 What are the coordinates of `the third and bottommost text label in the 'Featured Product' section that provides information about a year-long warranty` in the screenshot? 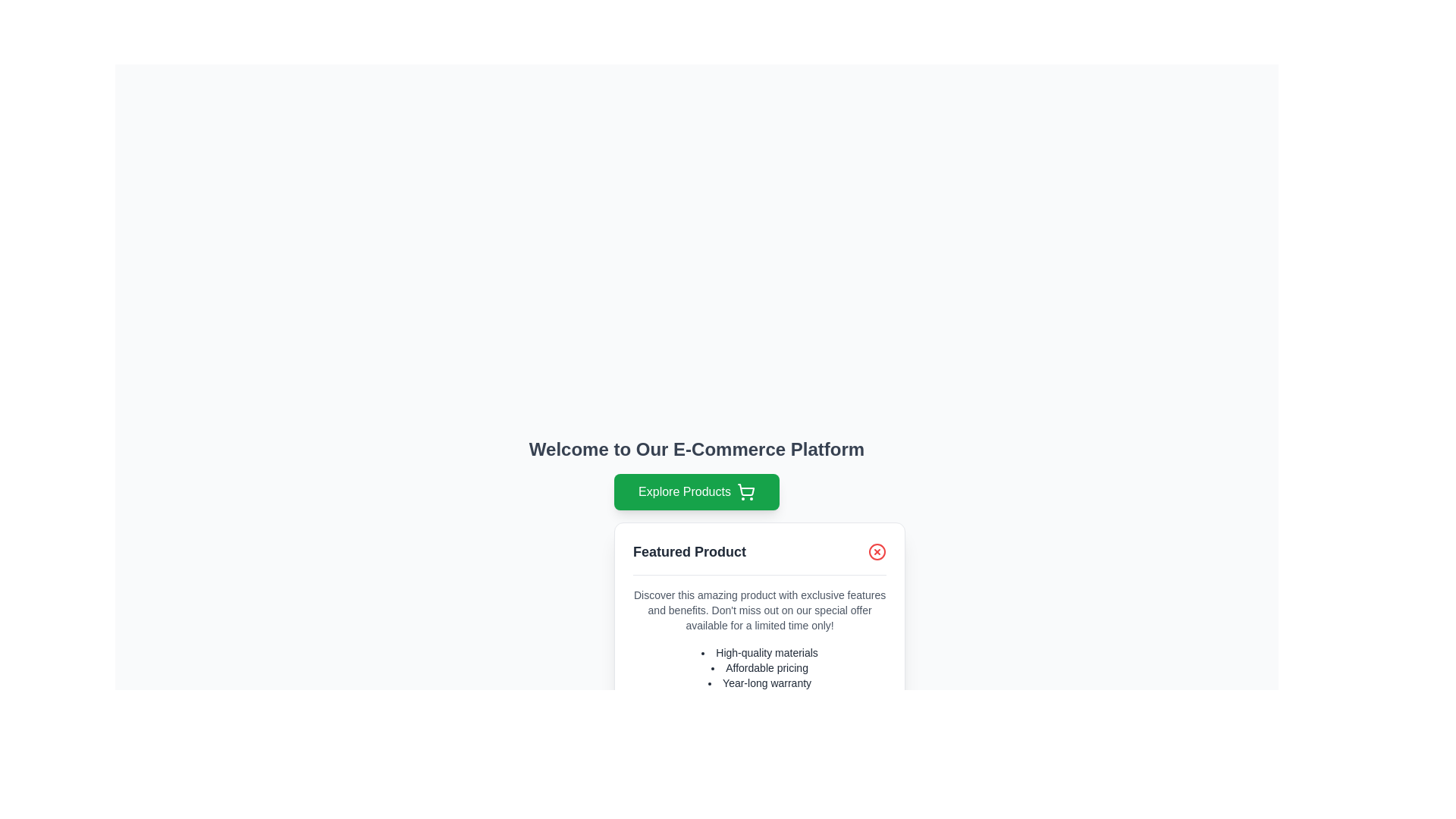 It's located at (760, 683).